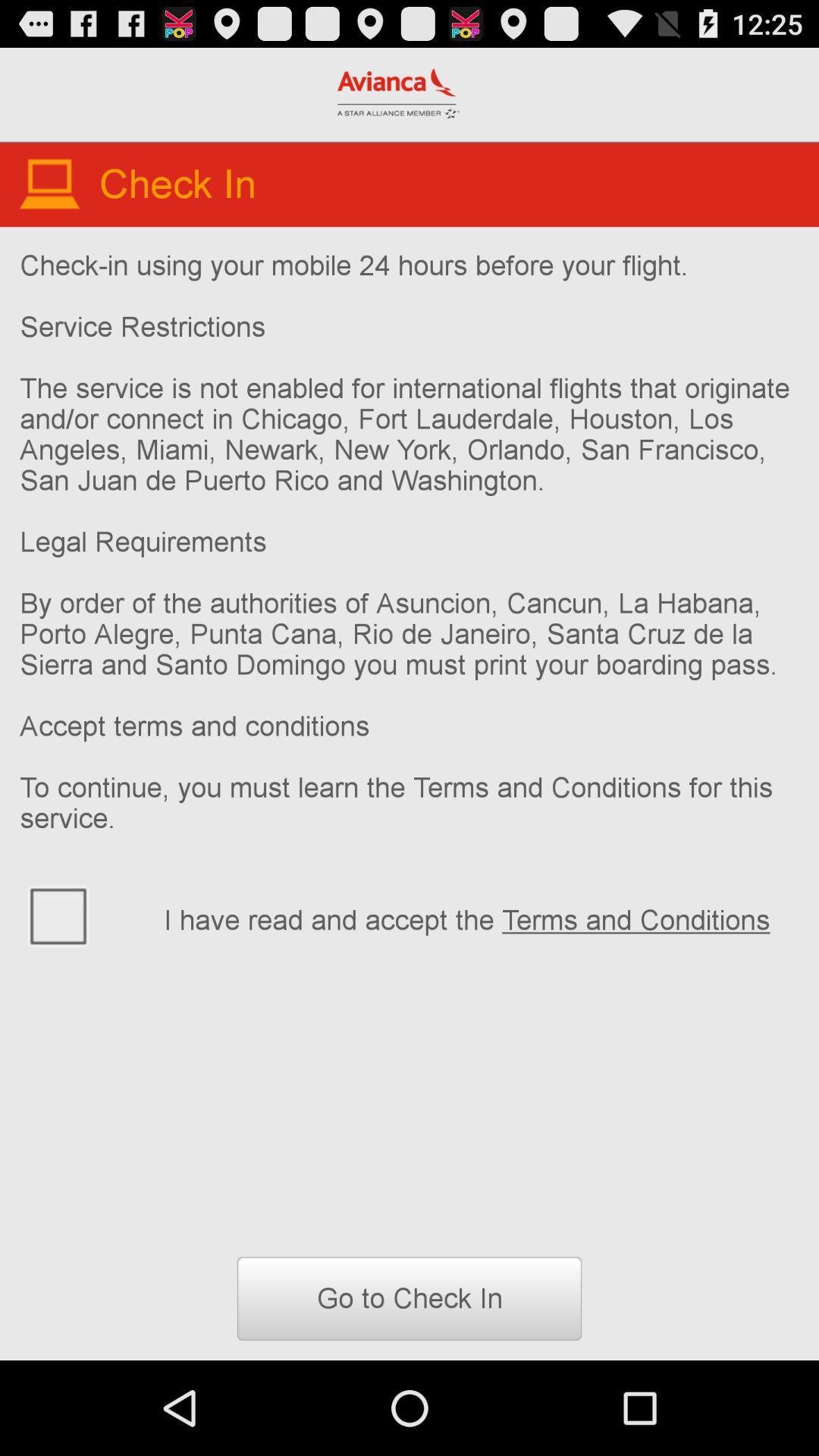  What do you see at coordinates (82, 914) in the screenshot?
I see `the app next to the i have read` at bounding box center [82, 914].